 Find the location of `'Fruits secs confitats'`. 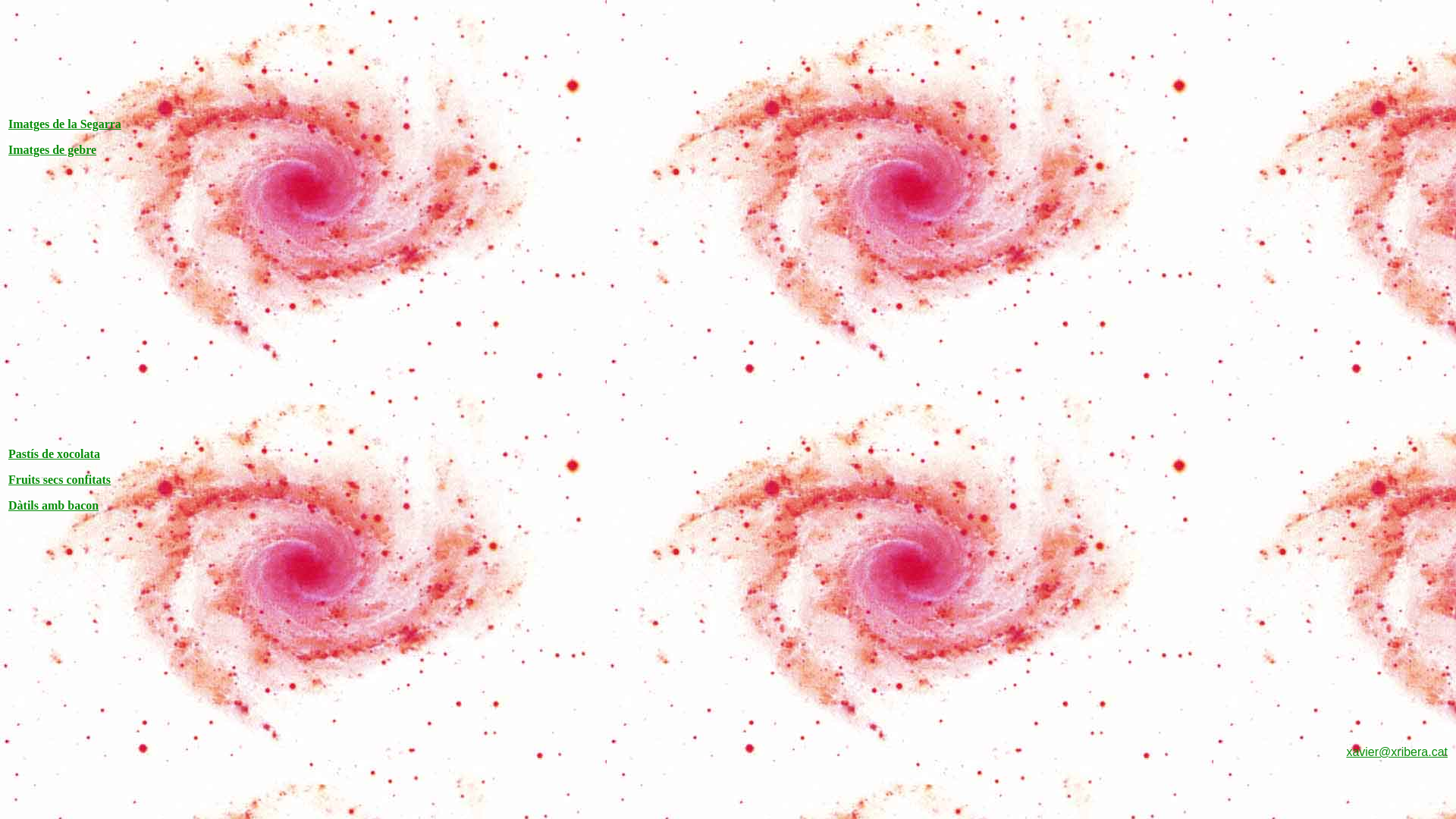

'Fruits secs confitats' is located at coordinates (59, 479).